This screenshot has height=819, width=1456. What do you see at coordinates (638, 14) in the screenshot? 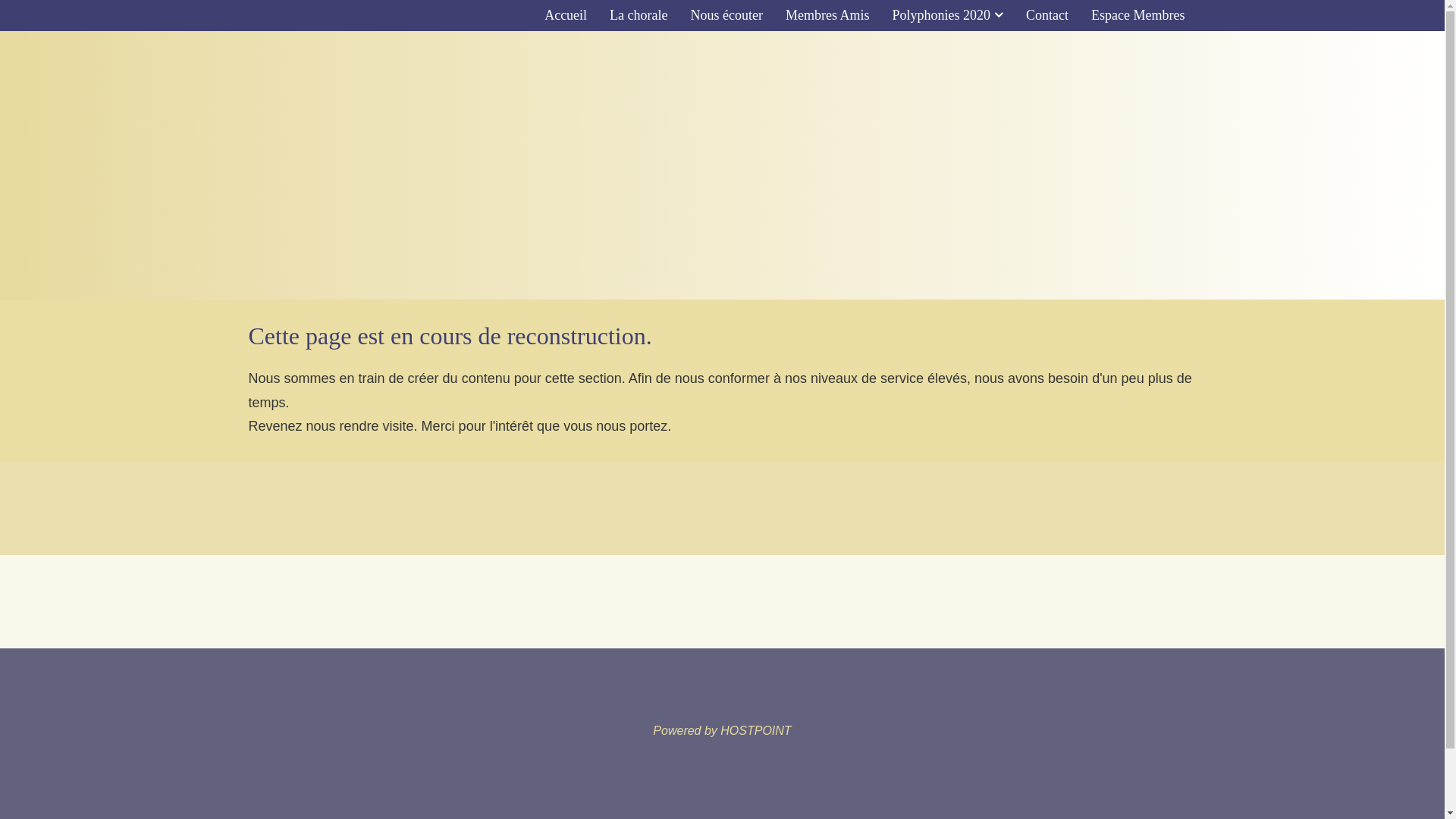
I see `'La chorale'` at bounding box center [638, 14].